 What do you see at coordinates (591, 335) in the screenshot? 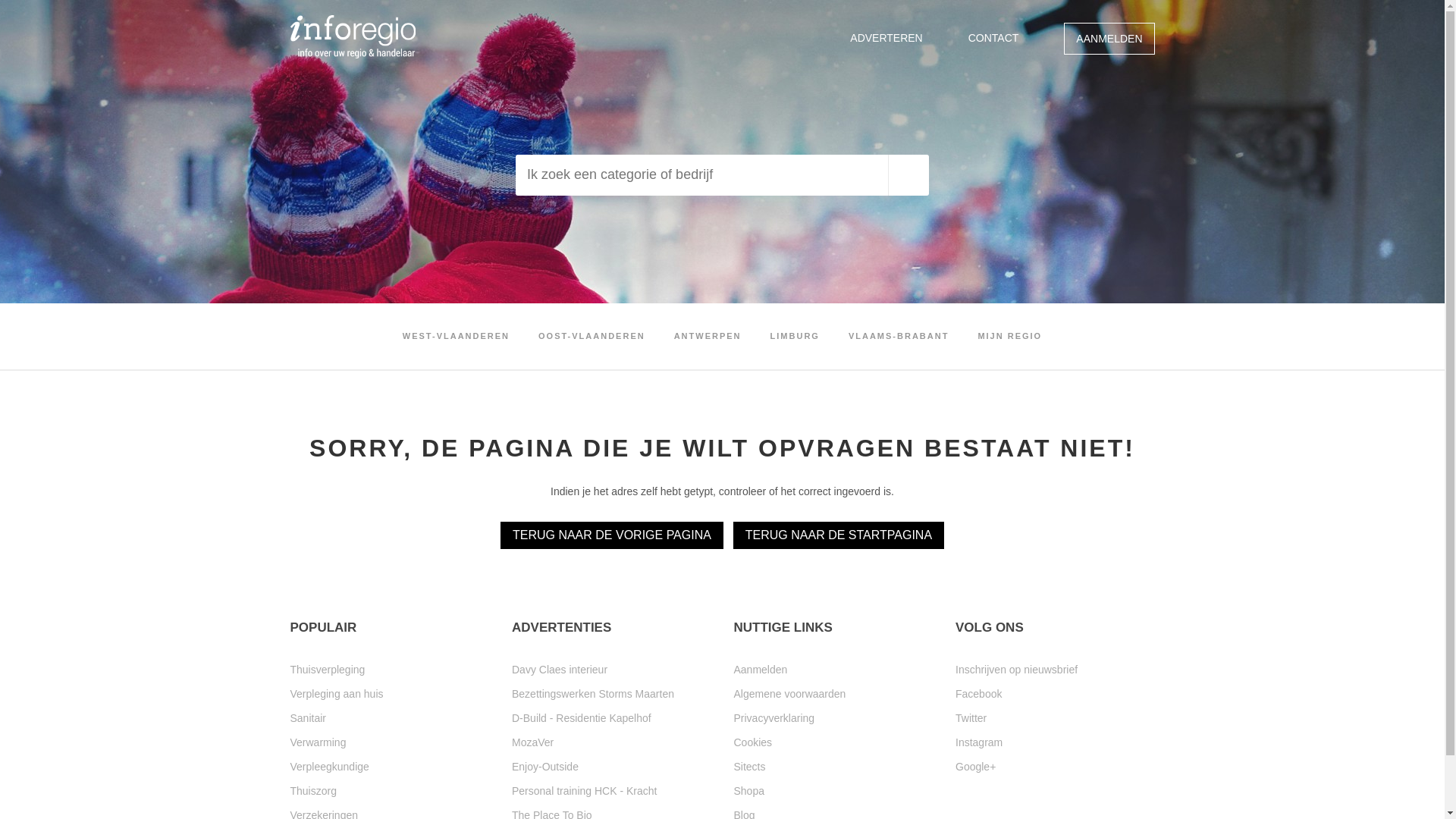
I see `'OOST-VLAANDEREN'` at bounding box center [591, 335].